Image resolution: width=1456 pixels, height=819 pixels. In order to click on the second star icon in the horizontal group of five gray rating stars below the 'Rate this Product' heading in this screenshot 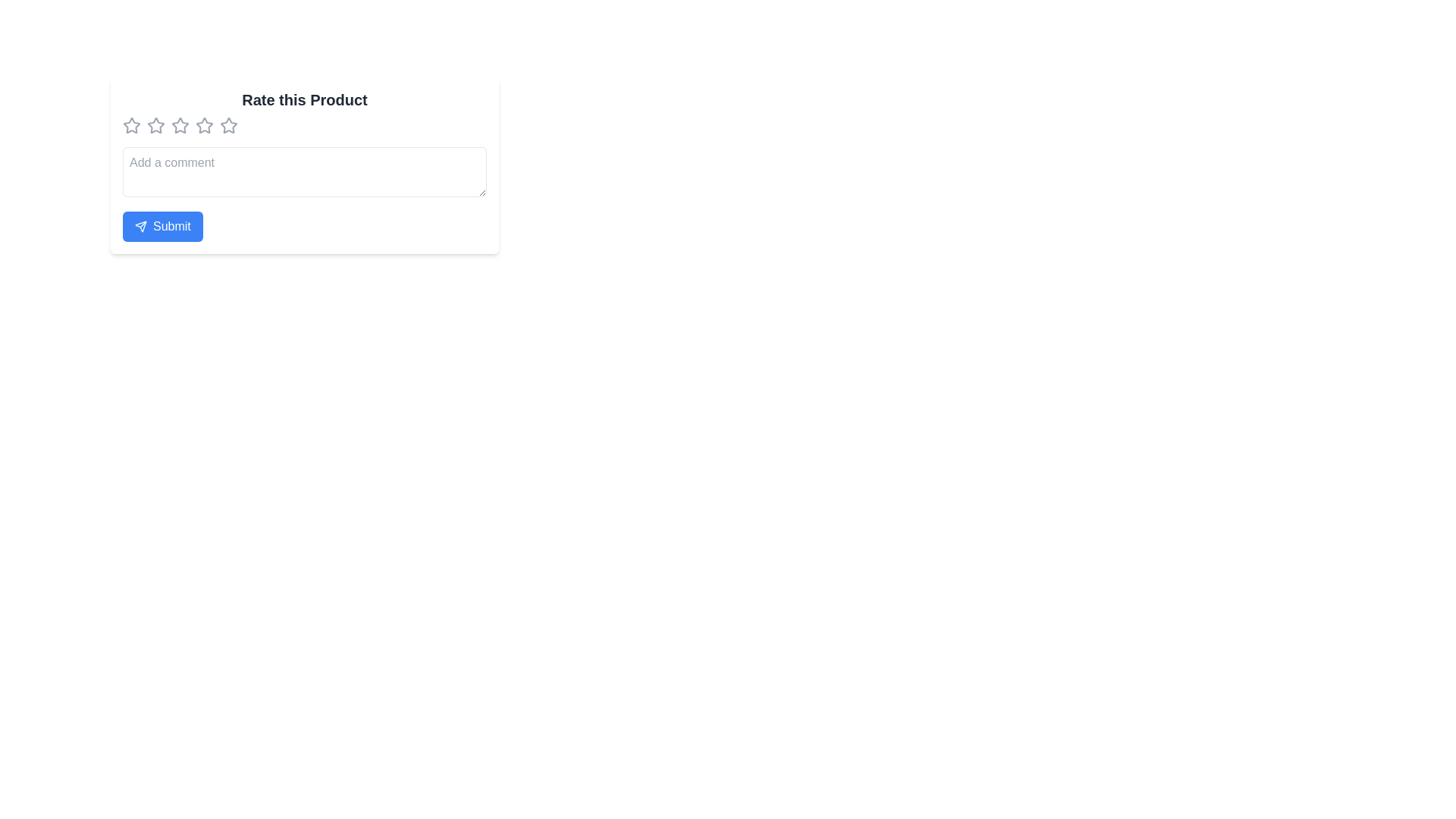, I will do `click(156, 124)`.